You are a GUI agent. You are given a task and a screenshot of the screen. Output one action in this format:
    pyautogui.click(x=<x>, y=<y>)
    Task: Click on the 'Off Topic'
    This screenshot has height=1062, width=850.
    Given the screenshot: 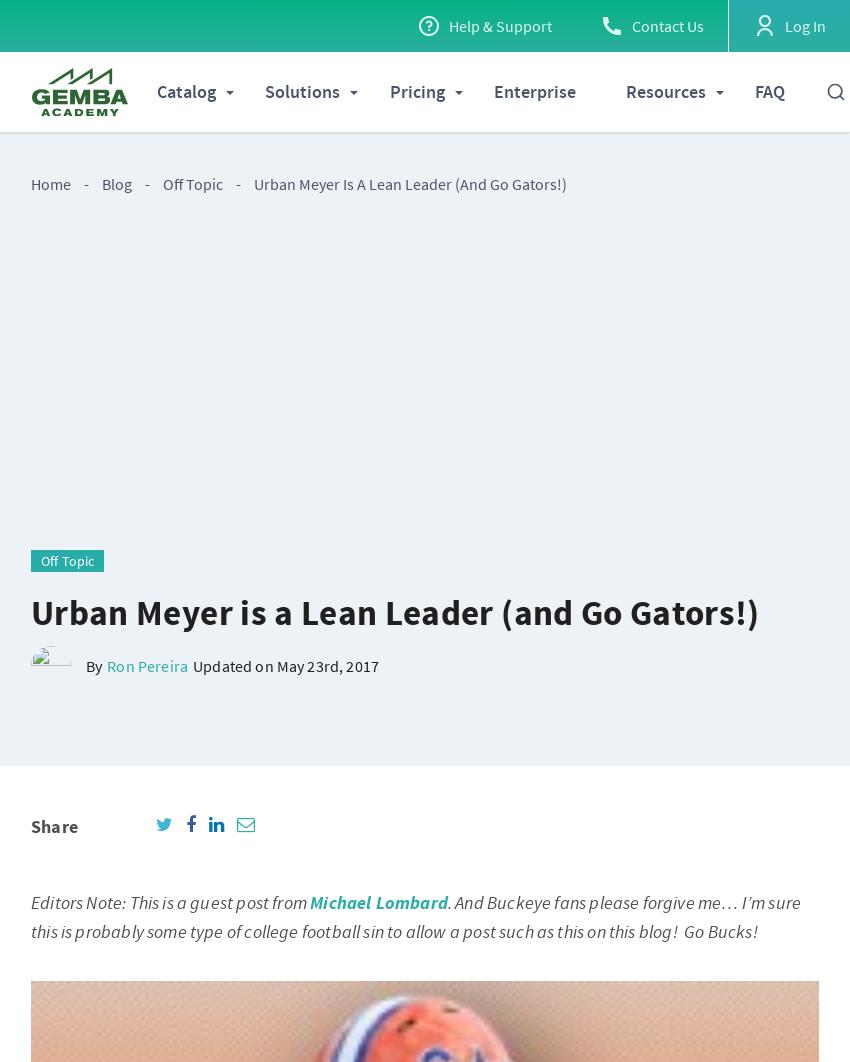 What is the action you would take?
    pyautogui.click(x=192, y=184)
    